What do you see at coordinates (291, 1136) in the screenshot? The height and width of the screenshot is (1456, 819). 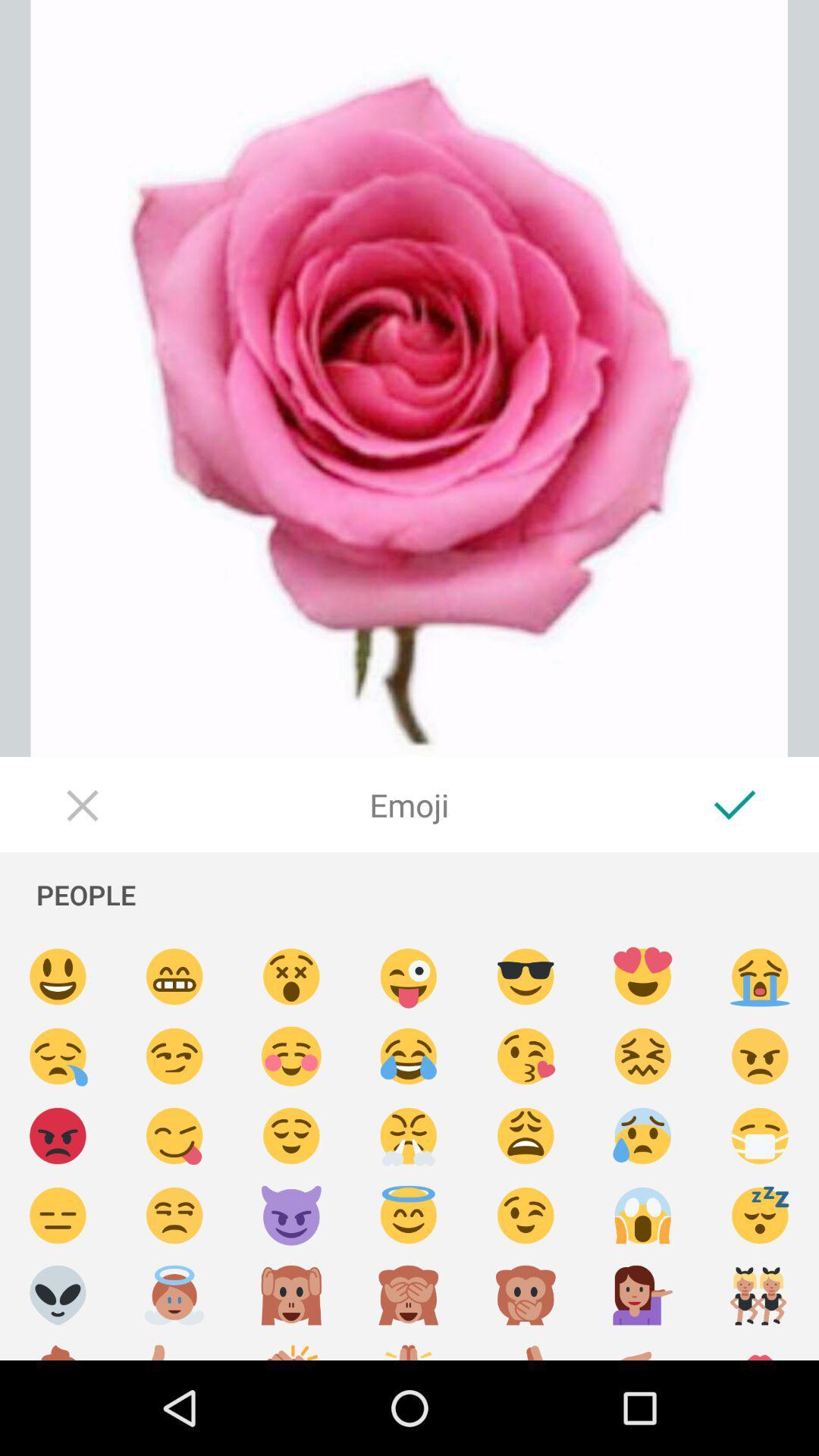 I see `happy emoji` at bounding box center [291, 1136].